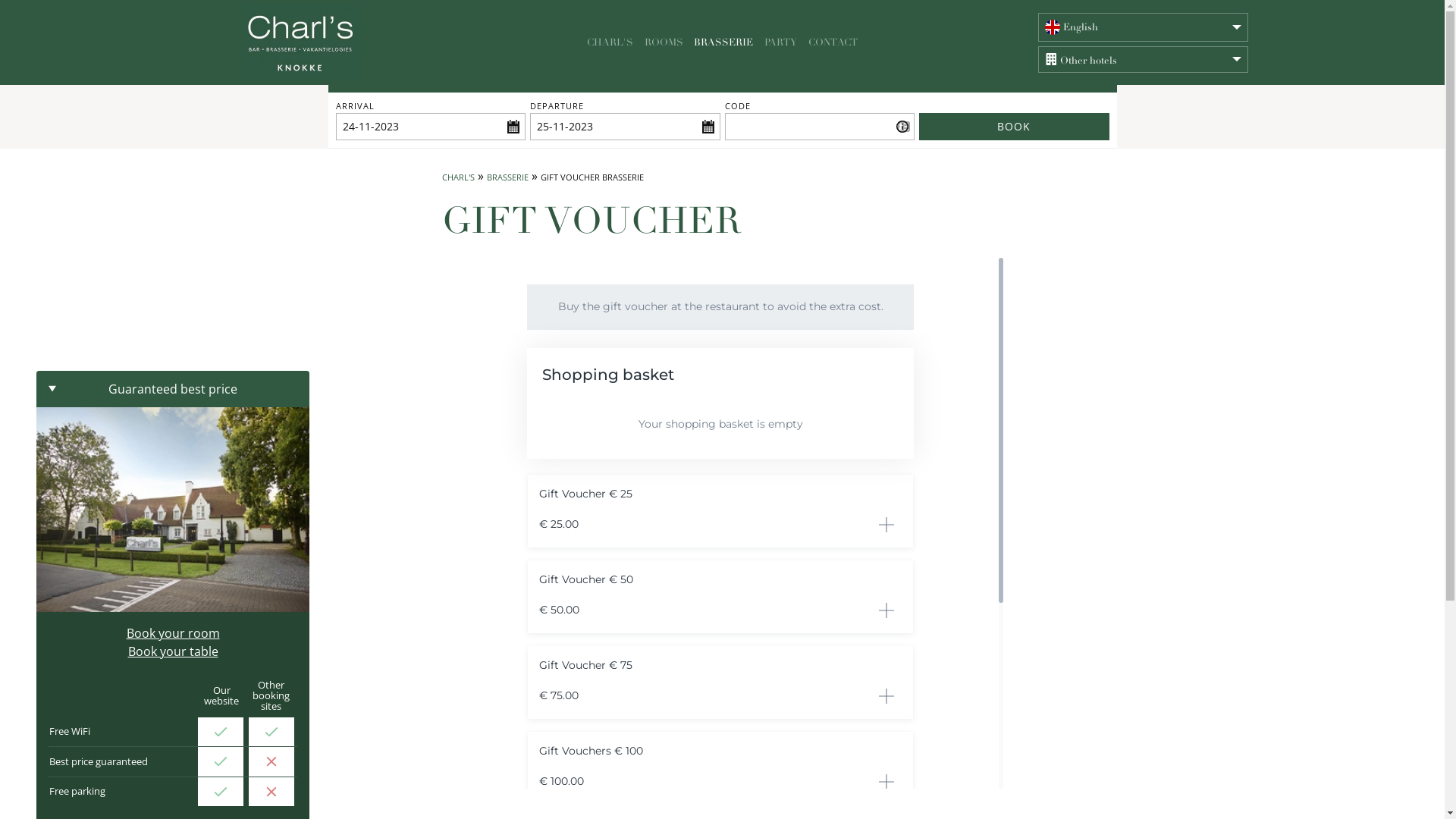 The image size is (1456, 819). What do you see at coordinates (582, 42) in the screenshot?
I see `'CHARL'S'` at bounding box center [582, 42].